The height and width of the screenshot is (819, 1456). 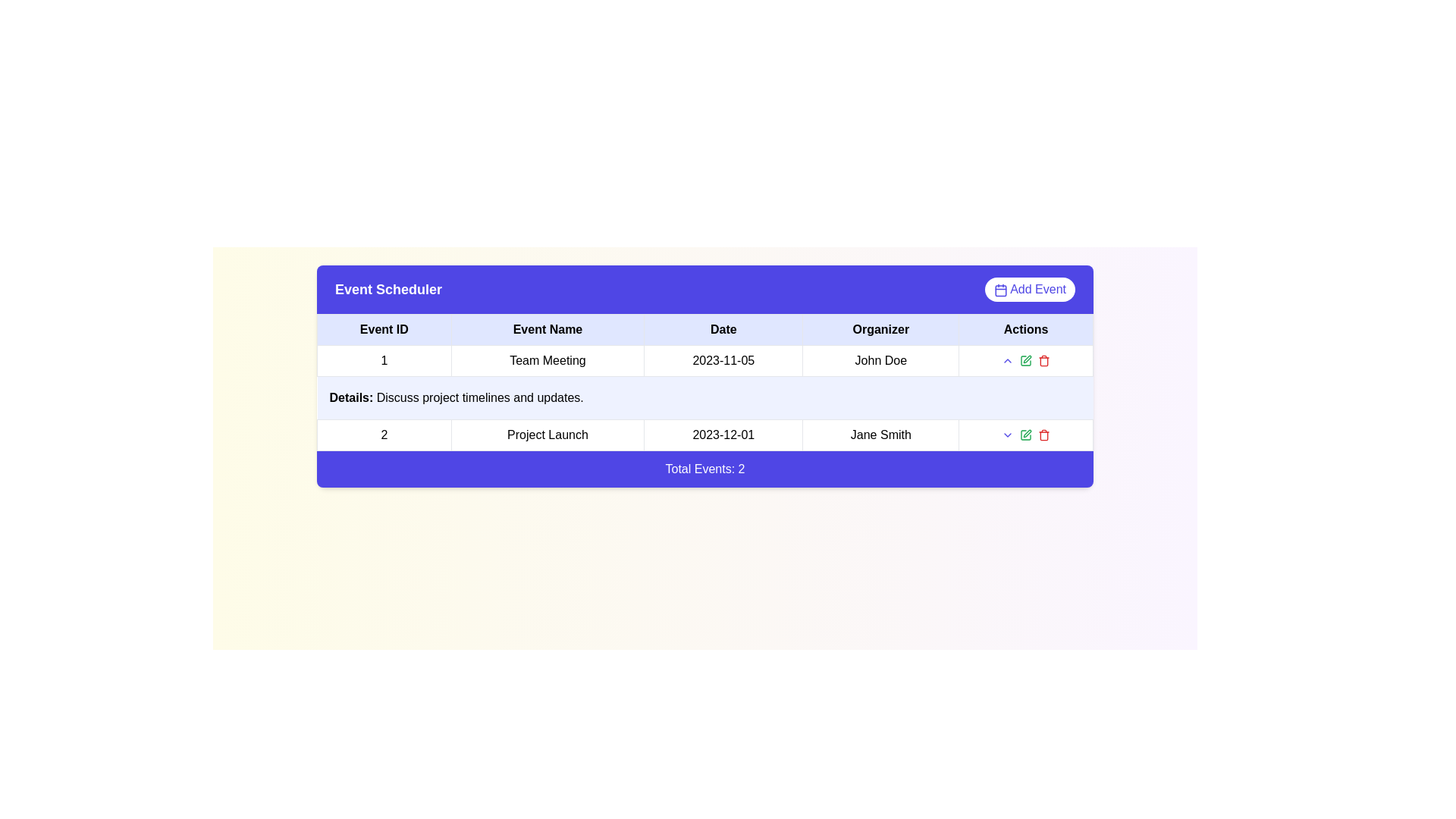 What do you see at coordinates (1026, 435) in the screenshot?
I see `the icons in the Icon Group located in the 'Actions' column of the second row in the 'Event Scheduler' table` at bounding box center [1026, 435].